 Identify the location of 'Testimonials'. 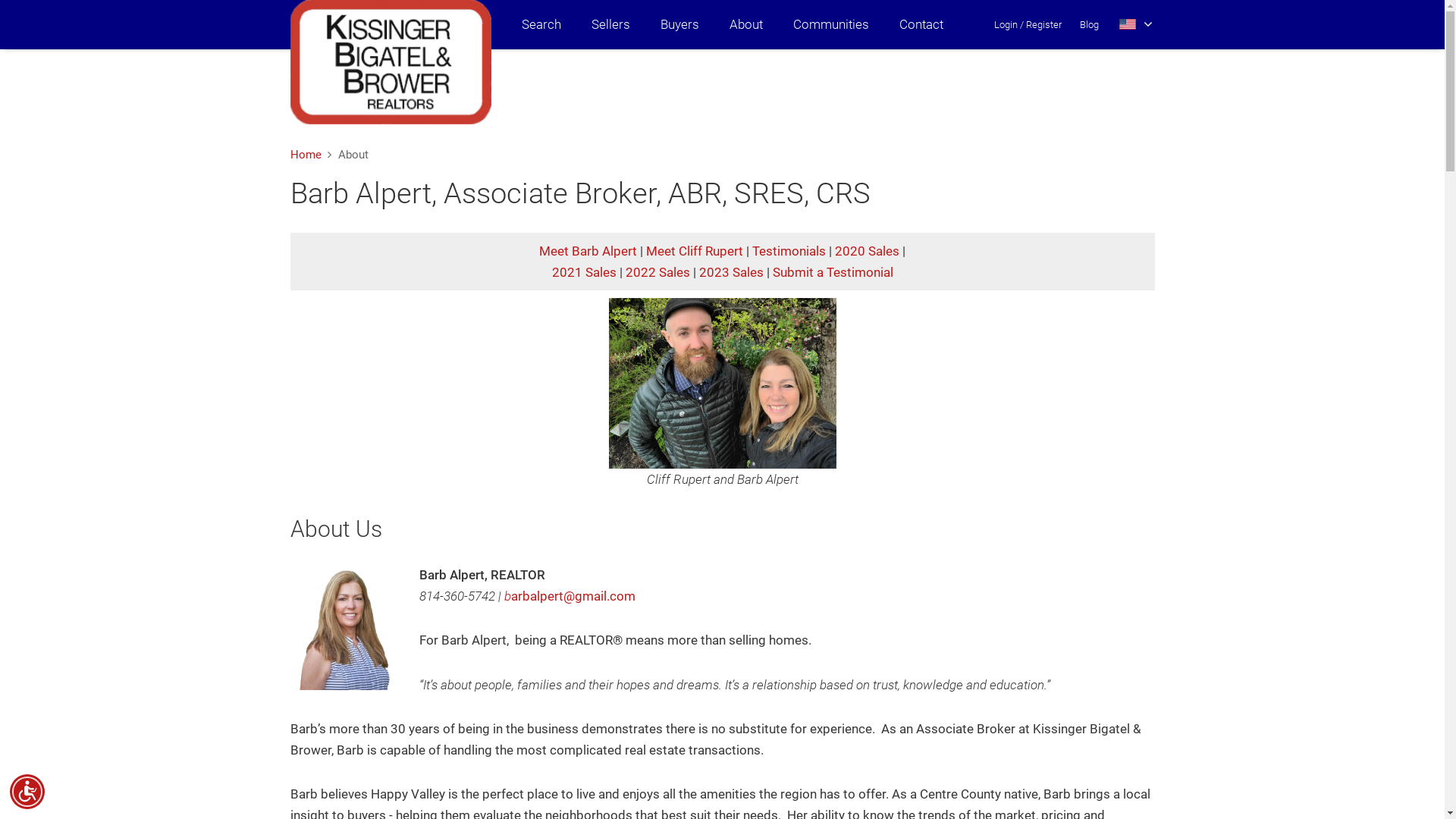
(789, 250).